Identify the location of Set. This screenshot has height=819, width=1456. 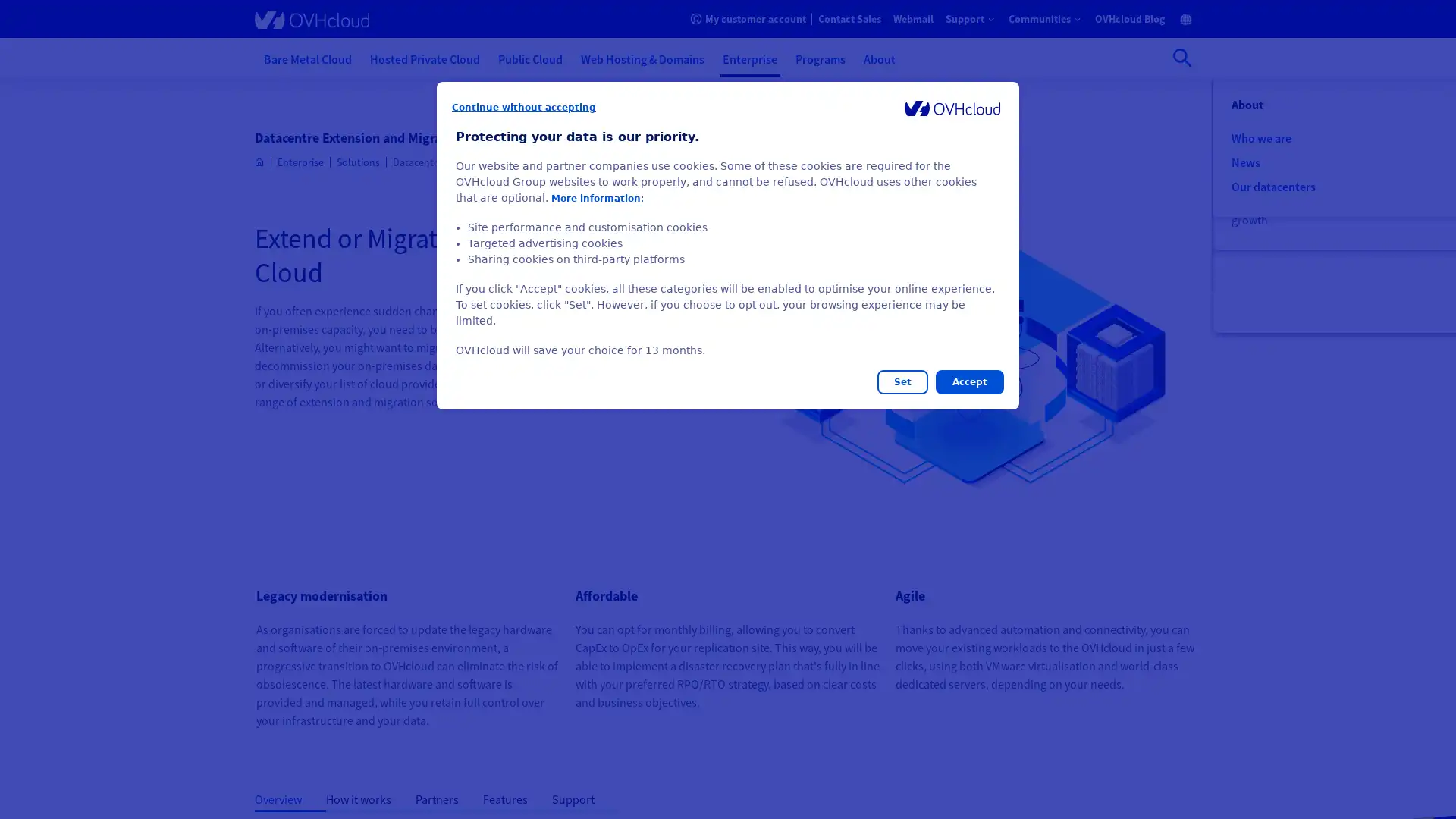
(902, 381).